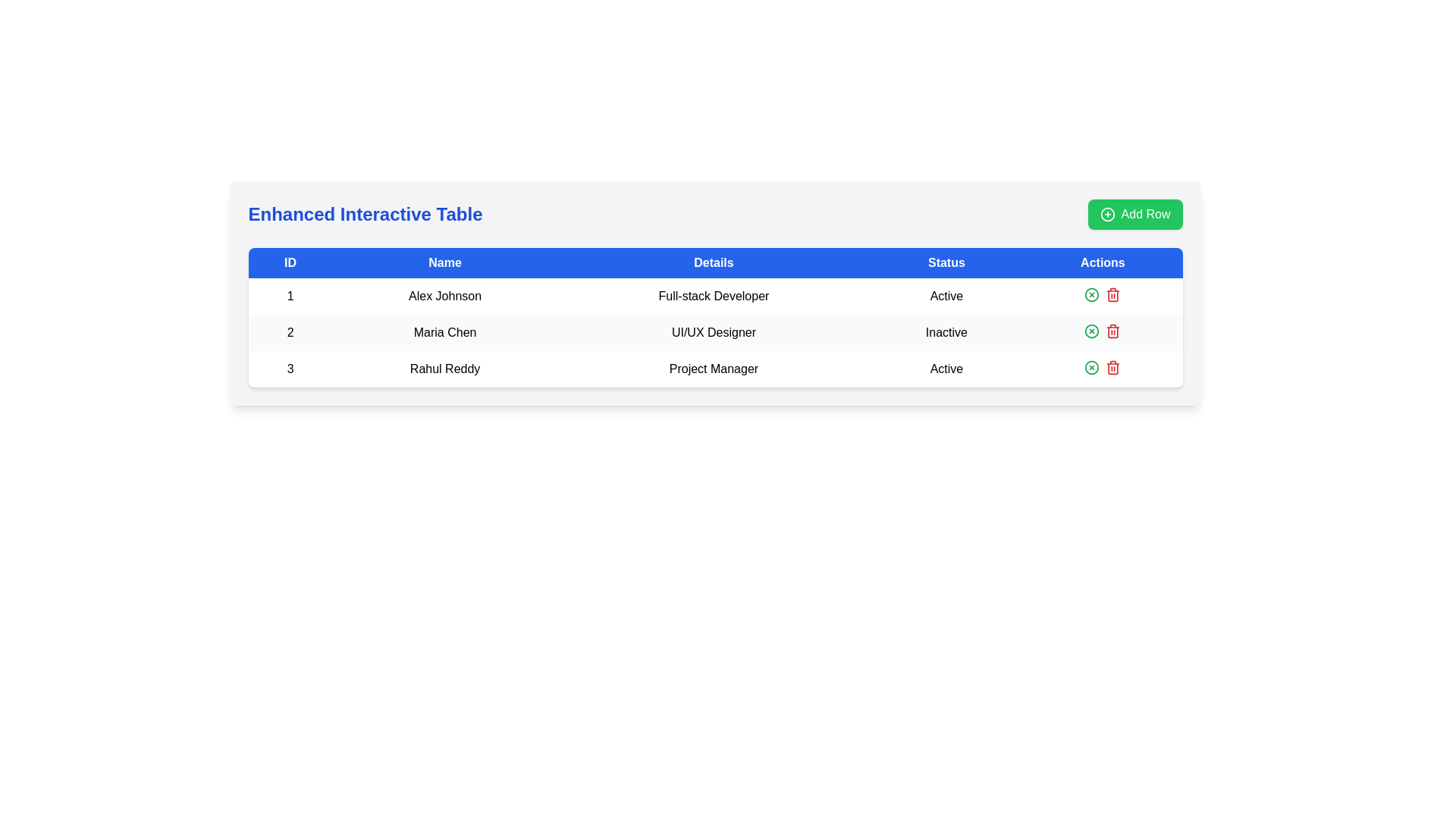 This screenshot has height=819, width=1456. I want to click on details of the user represented in the second row of the interactive table, located between 'Alex Johnson' and 'Rahul Reddy', so click(714, 332).